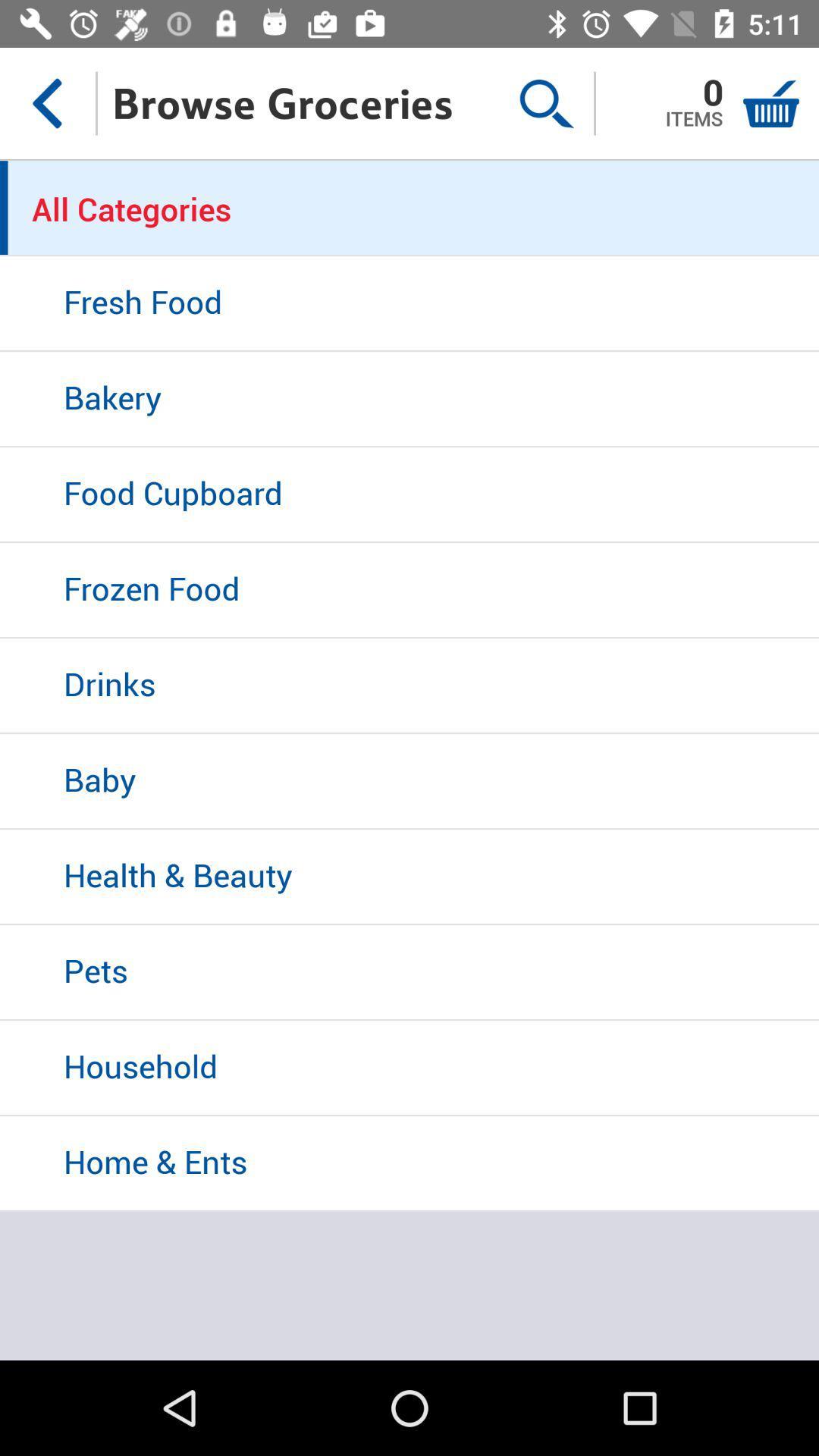 The image size is (819, 1456). Describe the element at coordinates (409, 782) in the screenshot. I see `baby` at that location.